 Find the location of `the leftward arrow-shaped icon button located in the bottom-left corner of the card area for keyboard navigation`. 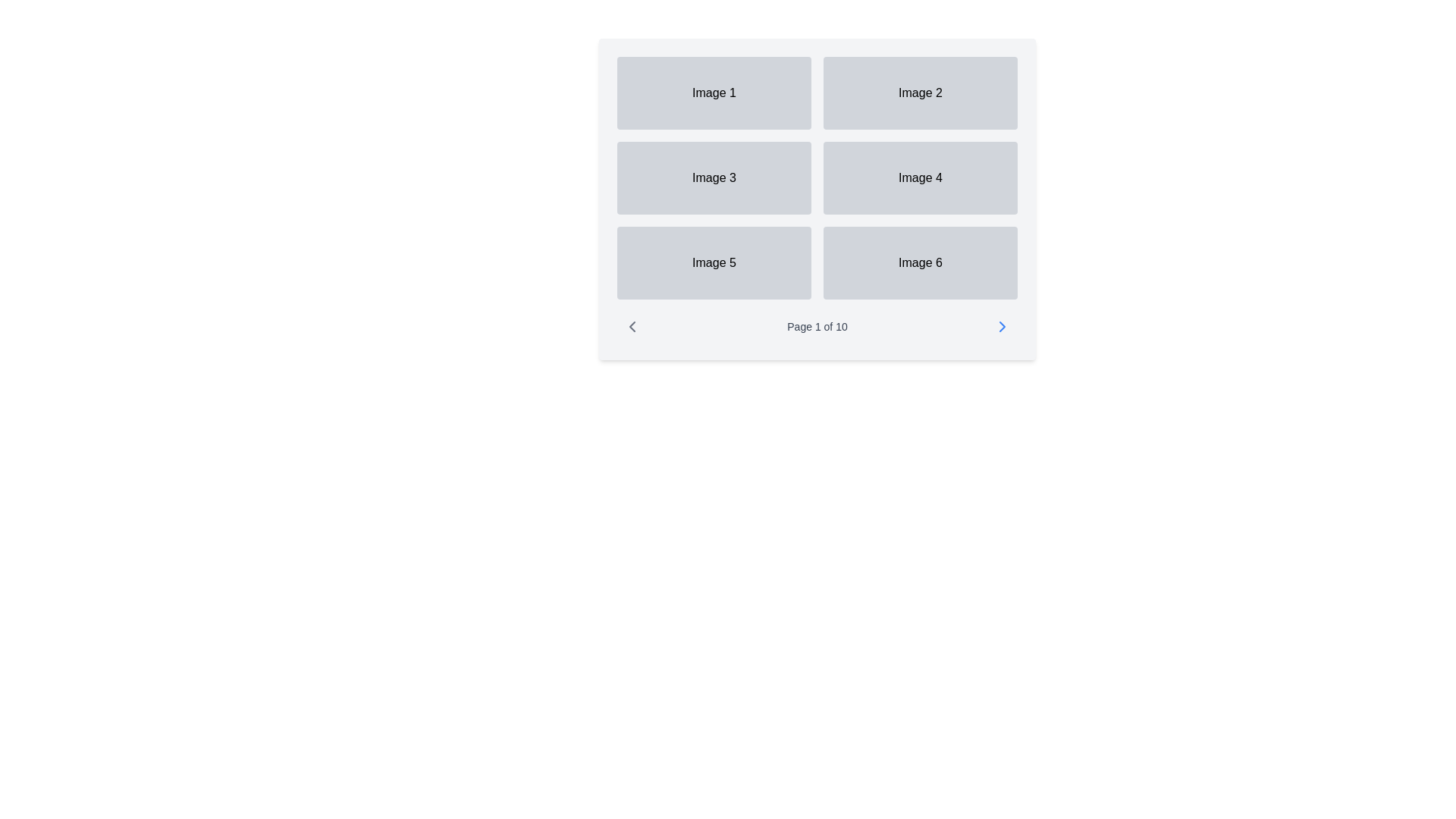

the leftward arrow-shaped icon button located in the bottom-left corner of the card area for keyboard navigation is located at coordinates (632, 326).